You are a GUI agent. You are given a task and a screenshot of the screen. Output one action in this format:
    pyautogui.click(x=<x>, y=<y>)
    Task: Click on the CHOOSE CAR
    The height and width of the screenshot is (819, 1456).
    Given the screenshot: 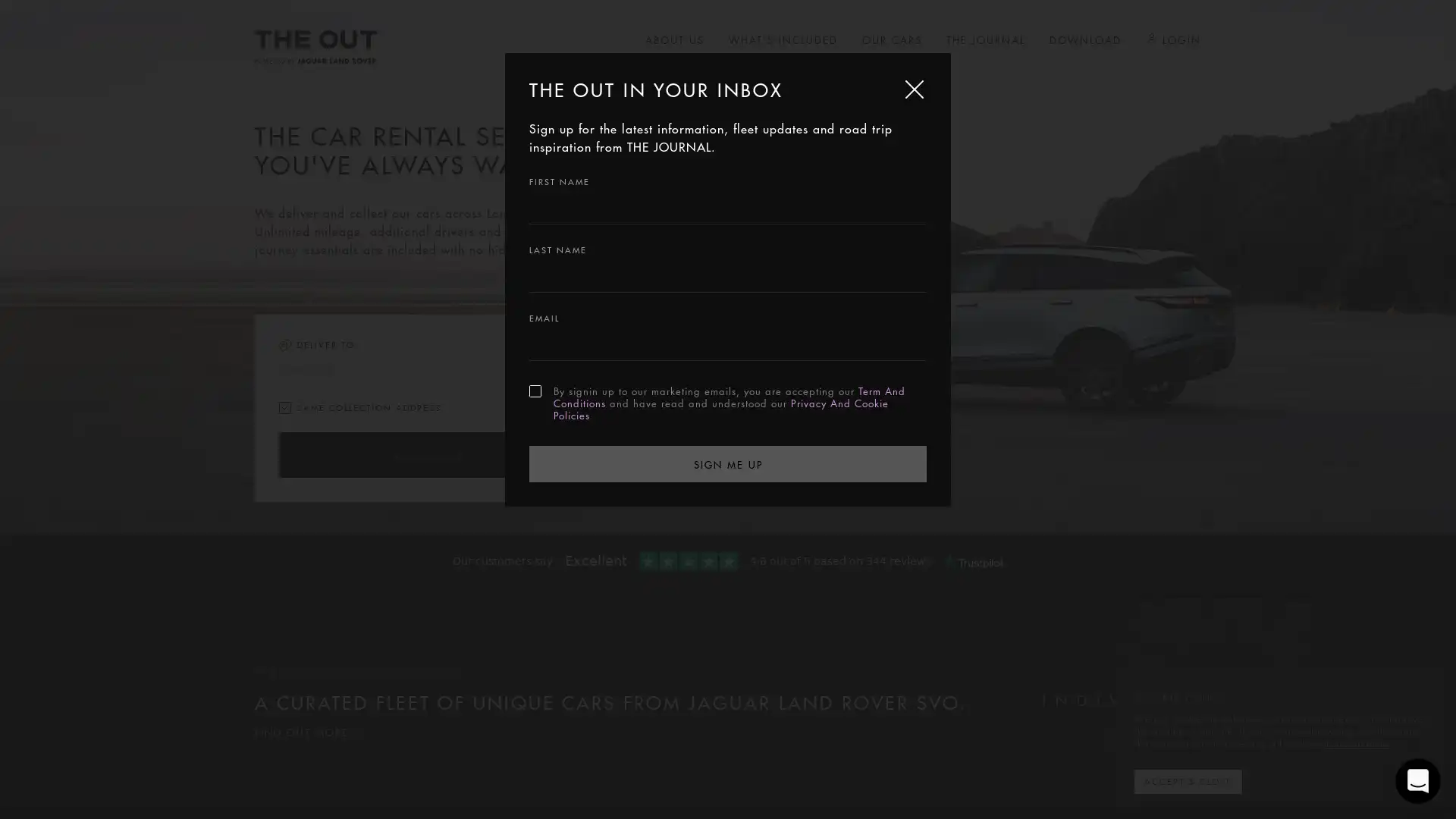 What is the action you would take?
    pyautogui.click(x=425, y=454)
    